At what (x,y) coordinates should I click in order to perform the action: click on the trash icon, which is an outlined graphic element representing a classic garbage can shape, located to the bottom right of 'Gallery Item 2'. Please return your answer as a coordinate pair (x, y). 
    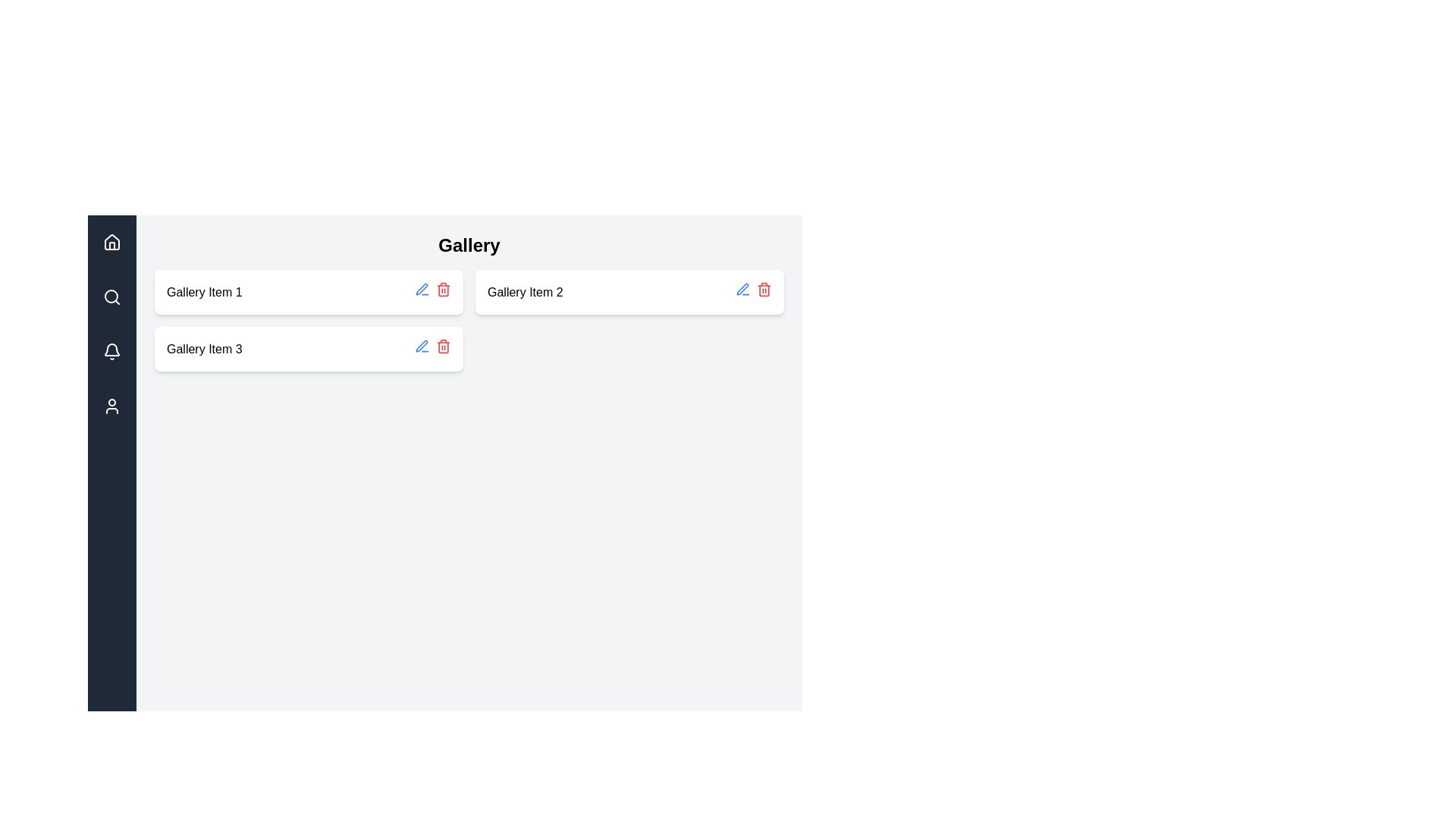
    Looking at the image, I should click on (764, 290).